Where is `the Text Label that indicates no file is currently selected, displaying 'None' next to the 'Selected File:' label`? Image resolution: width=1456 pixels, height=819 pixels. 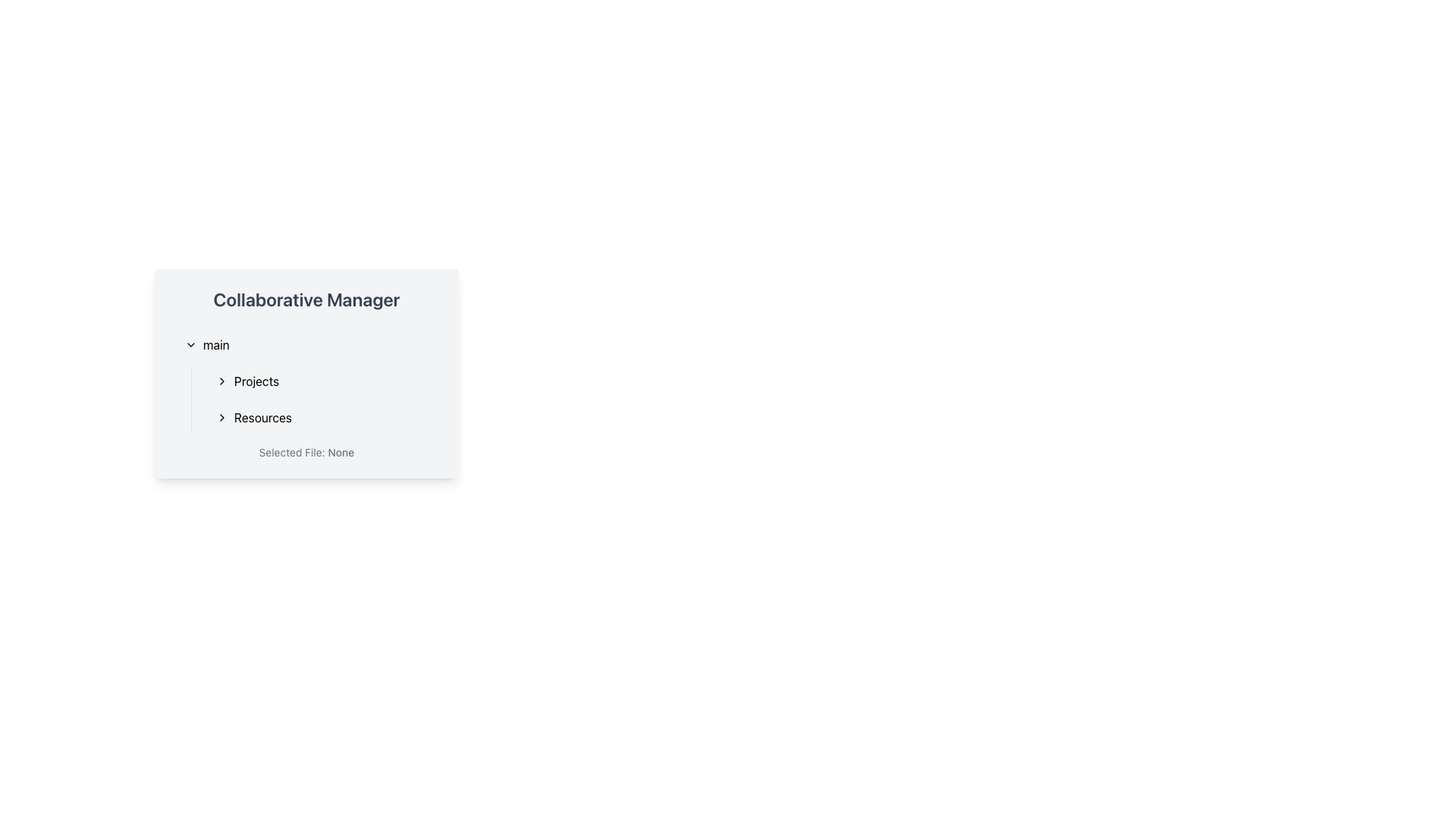 the Text Label that indicates no file is currently selected, displaying 'None' next to the 'Selected File:' label is located at coordinates (340, 451).